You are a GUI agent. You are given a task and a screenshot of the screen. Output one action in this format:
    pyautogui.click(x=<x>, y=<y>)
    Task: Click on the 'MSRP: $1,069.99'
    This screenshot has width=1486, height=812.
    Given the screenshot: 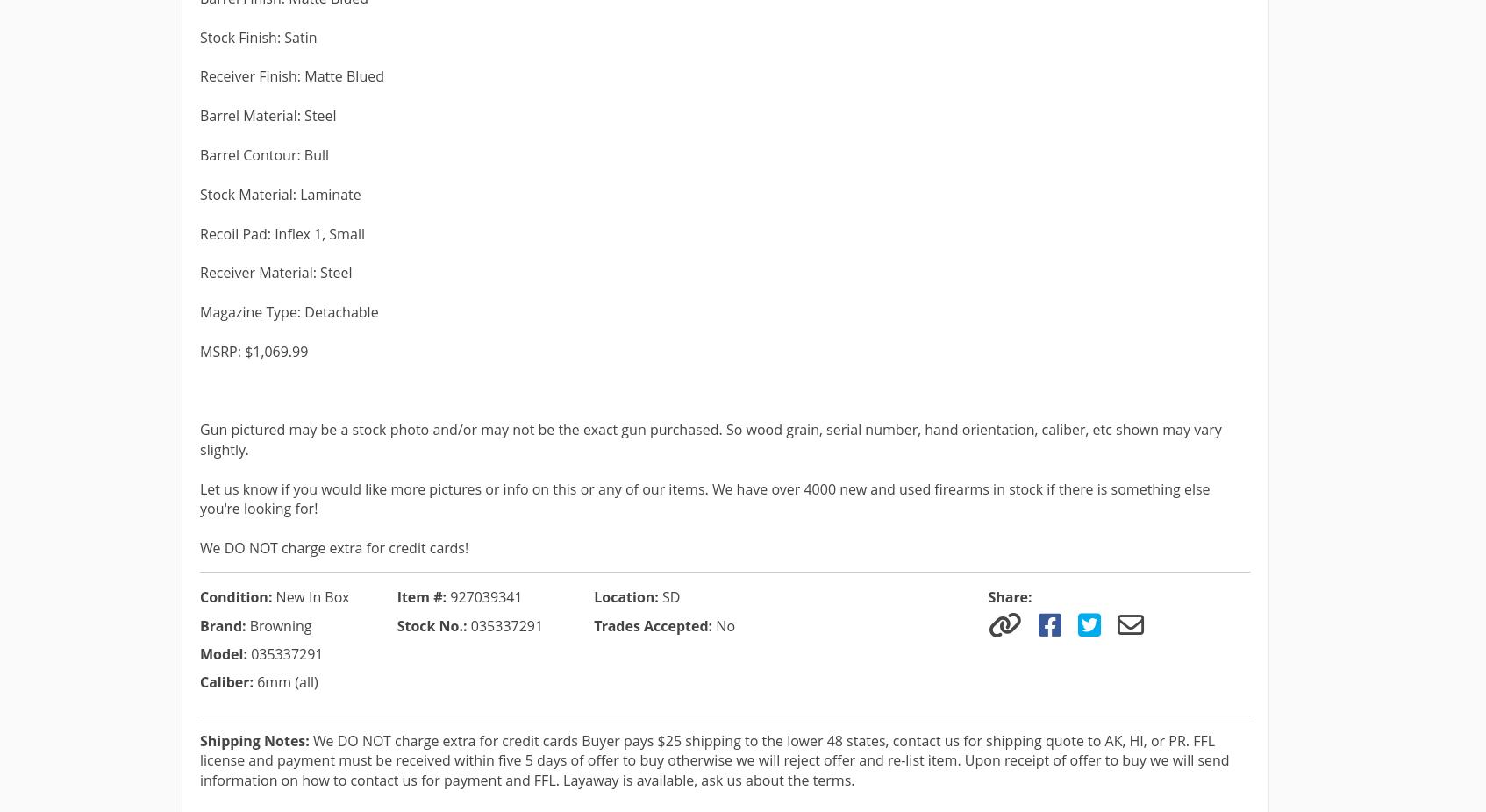 What is the action you would take?
    pyautogui.click(x=253, y=351)
    